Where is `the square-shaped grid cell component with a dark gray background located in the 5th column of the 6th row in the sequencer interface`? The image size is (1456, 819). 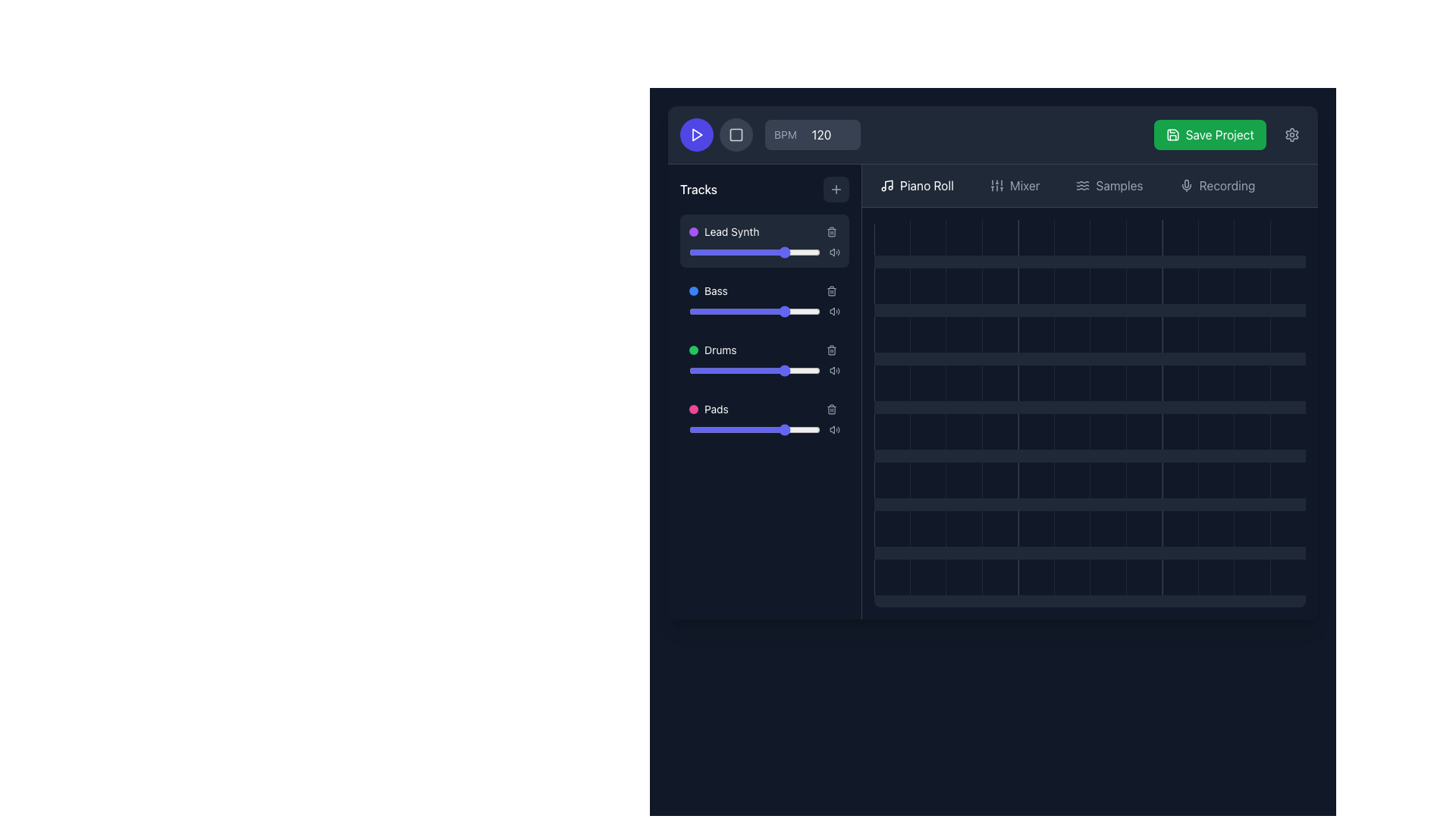 the square-shaped grid cell component with a dark gray background located in the 5th column of the 6th row in the sequencer interface is located at coordinates (999, 480).